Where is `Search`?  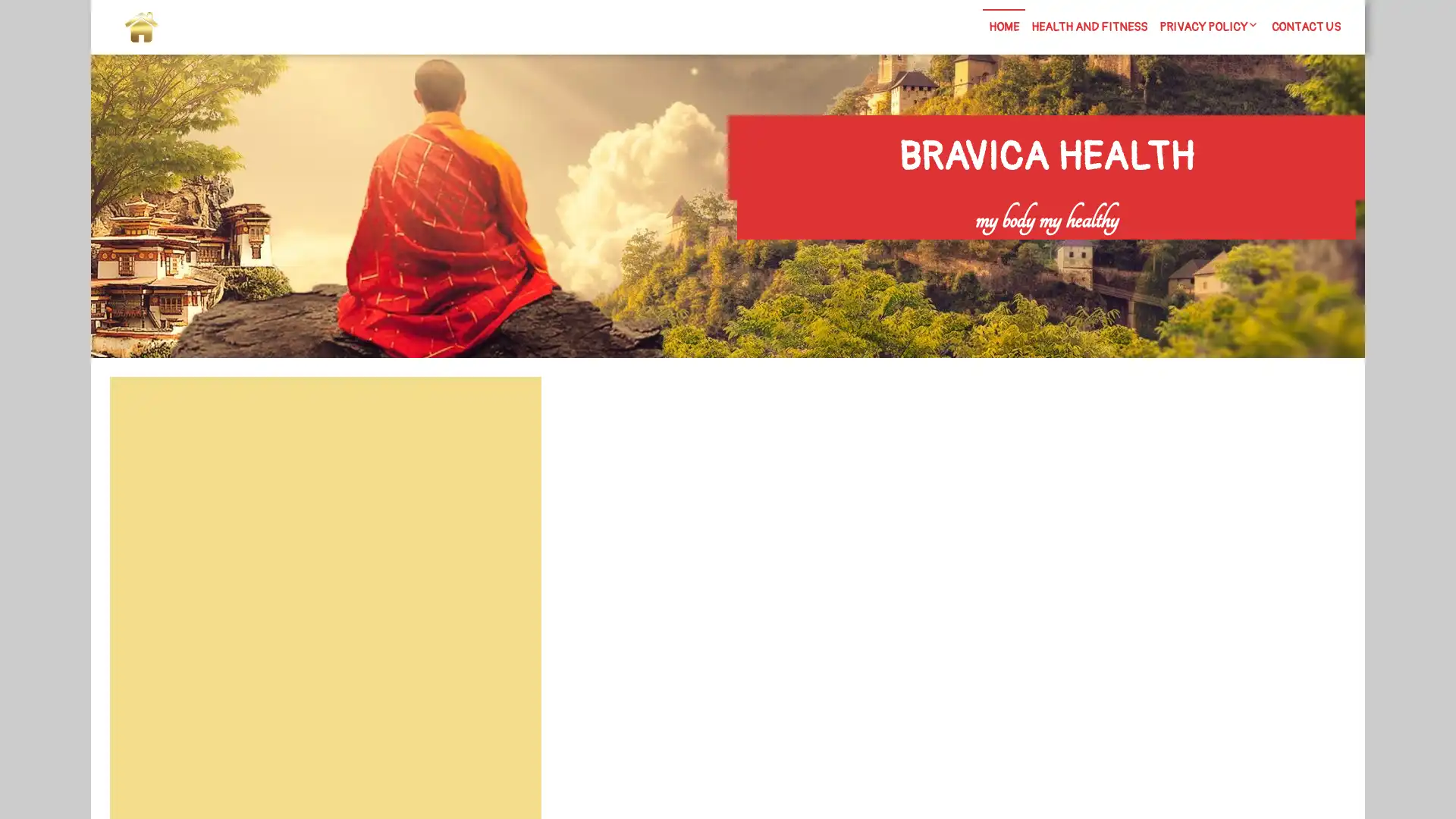 Search is located at coordinates (506, 413).